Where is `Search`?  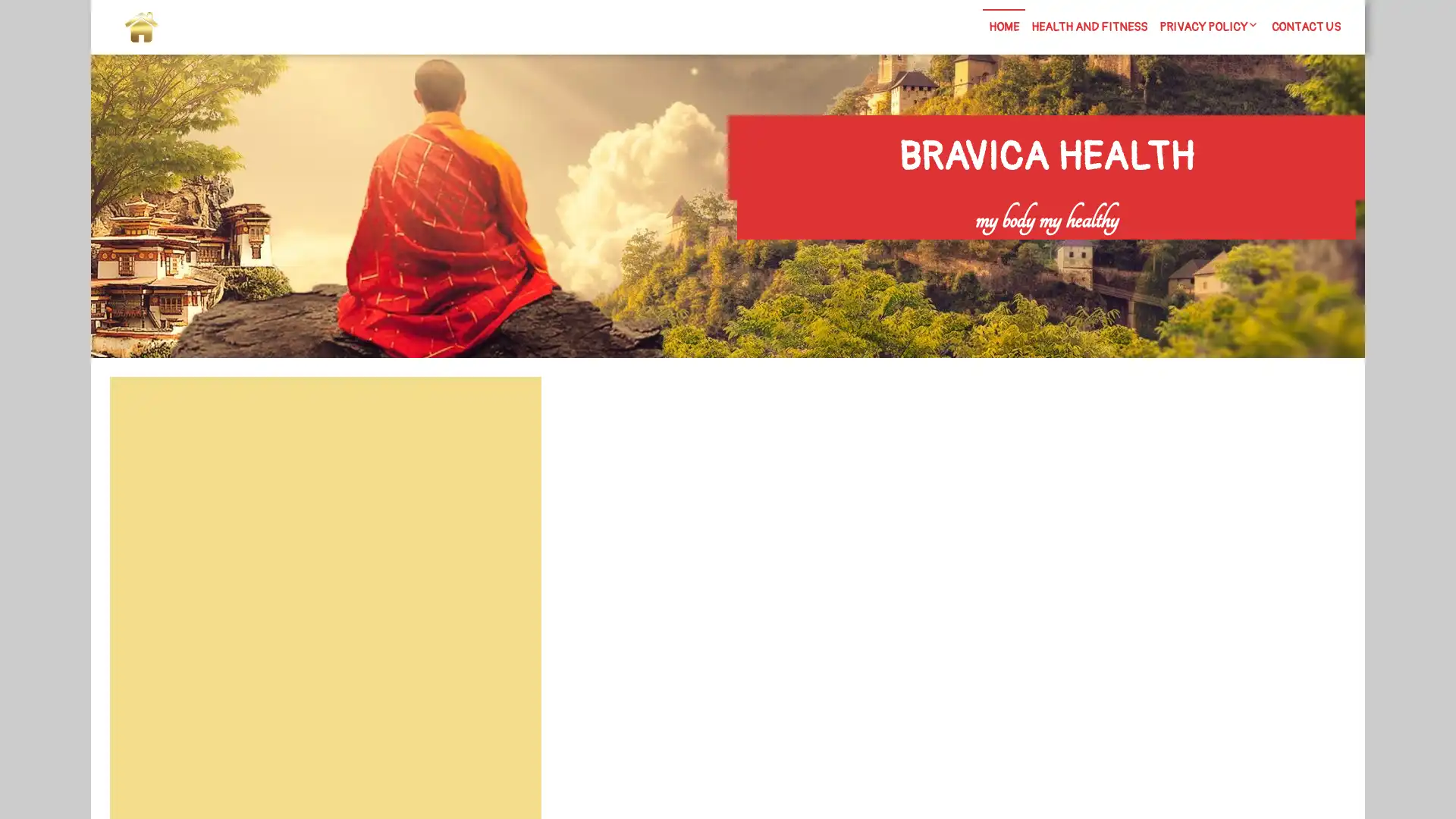 Search is located at coordinates (506, 413).